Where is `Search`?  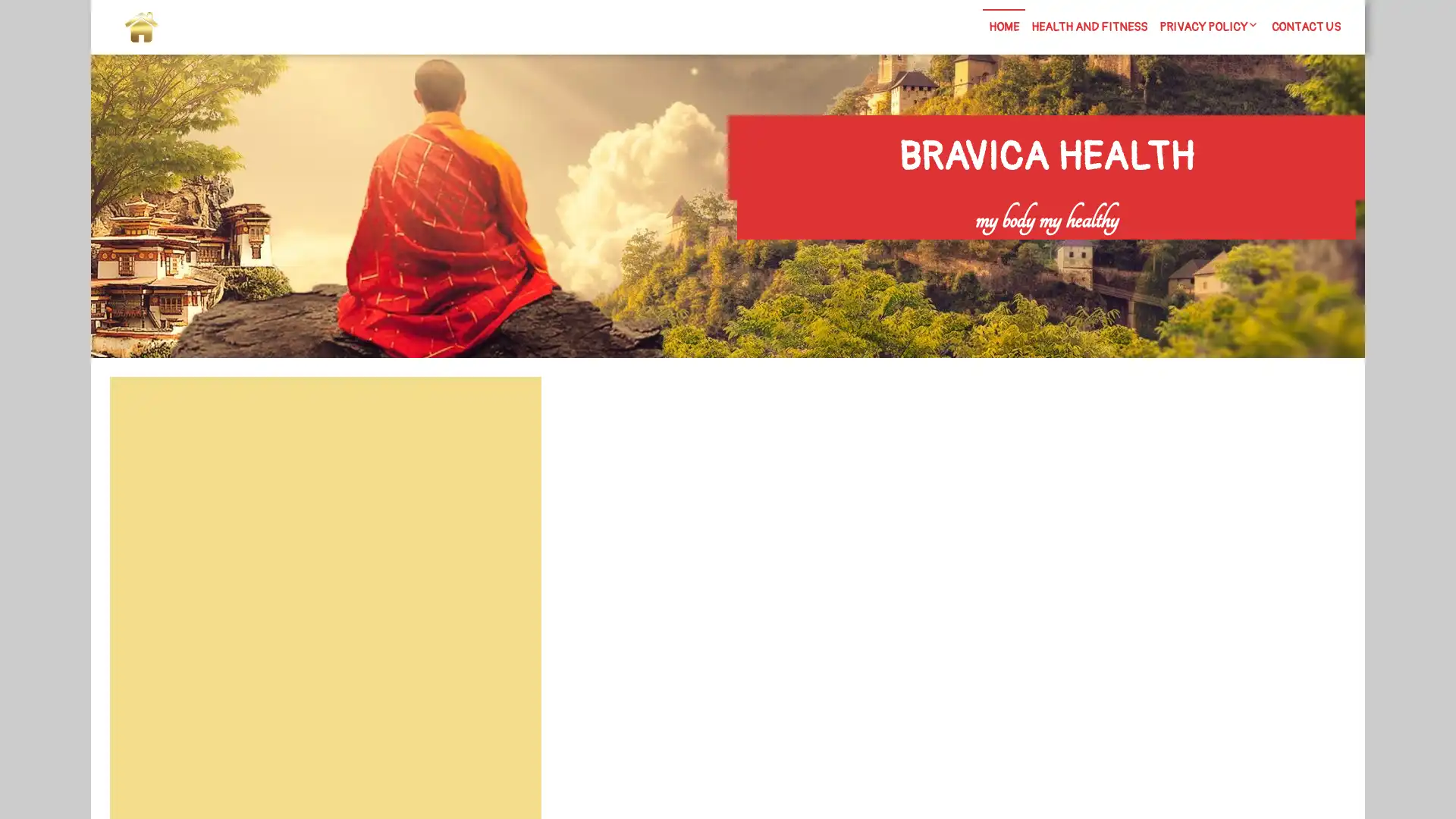 Search is located at coordinates (506, 413).